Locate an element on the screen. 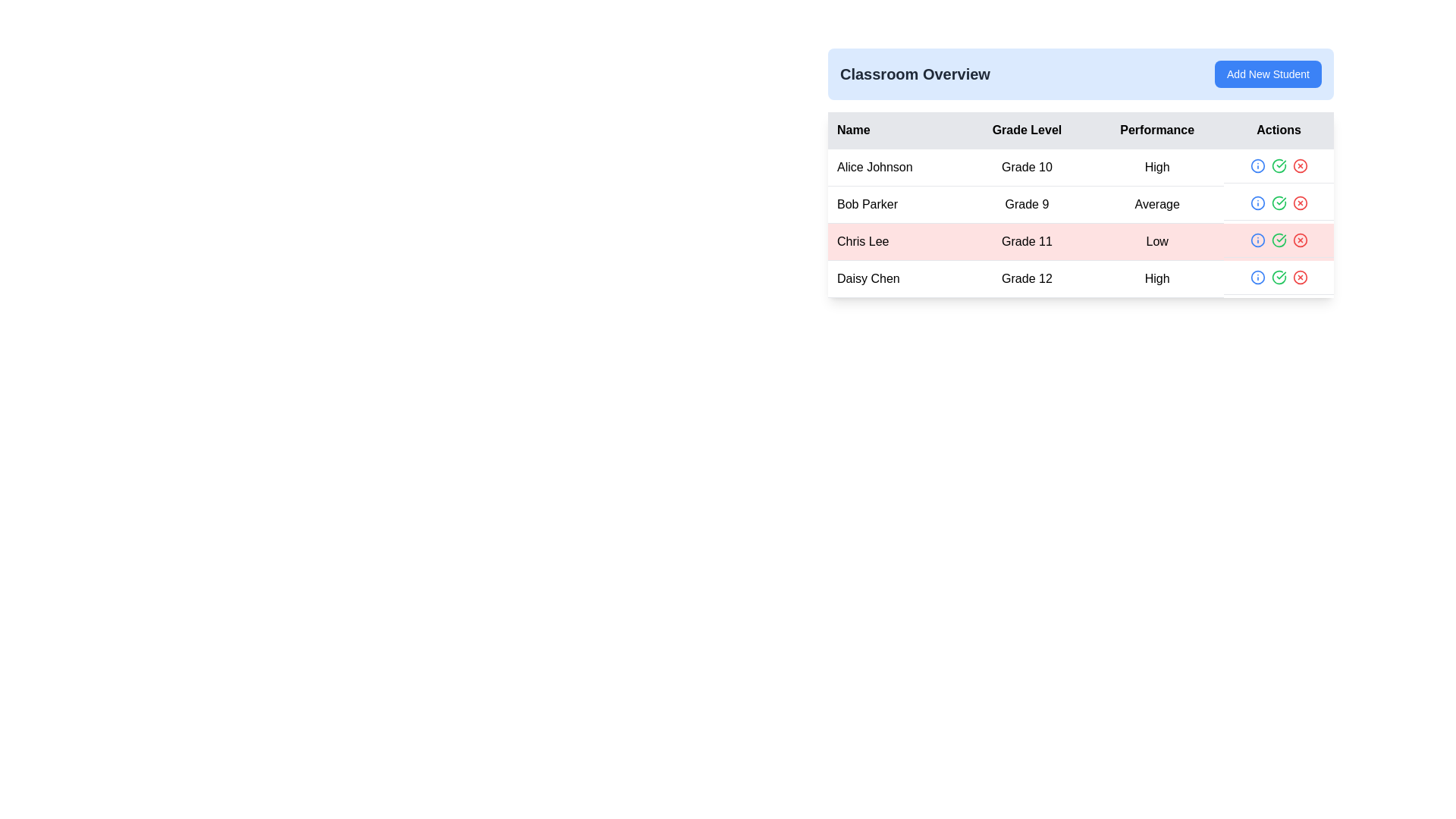  the data row in the table that displays student information, positioned in the third row between 'Bob Parker' and 'Daisy Chen' is located at coordinates (1080, 241).